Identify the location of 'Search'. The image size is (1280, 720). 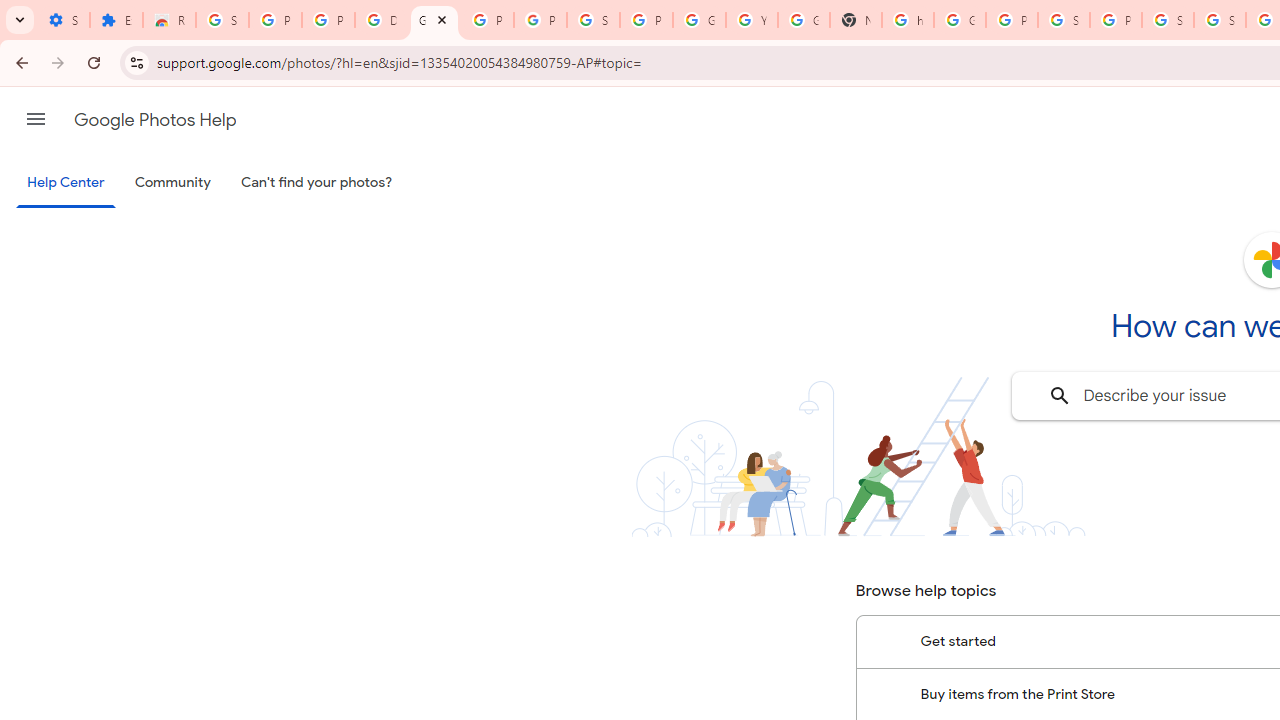
(1058, 396).